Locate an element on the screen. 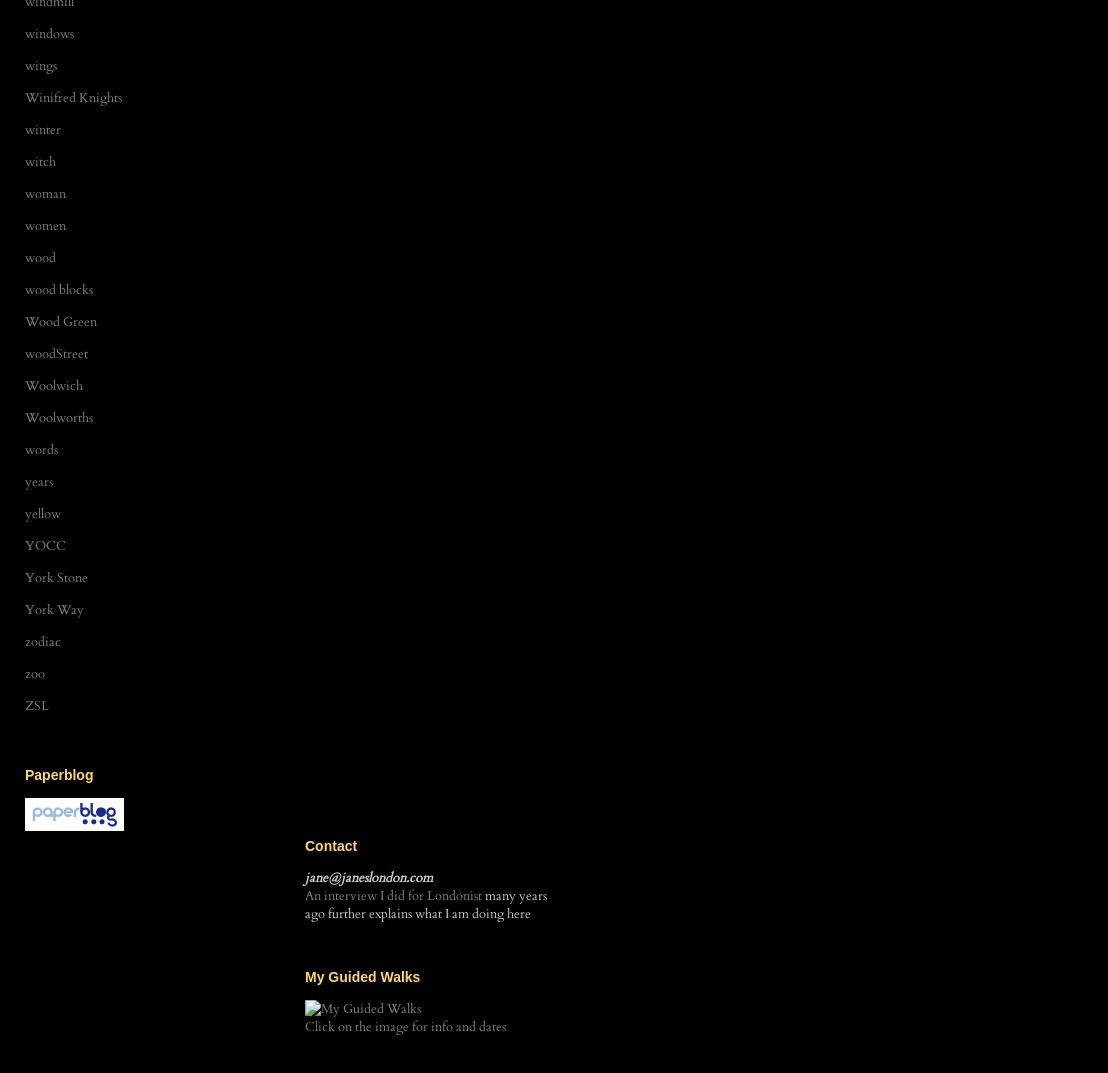 Image resolution: width=1108 pixels, height=1073 pixels. 'many years ago further explains what I am doing here' is located at coordinates (425, 904).